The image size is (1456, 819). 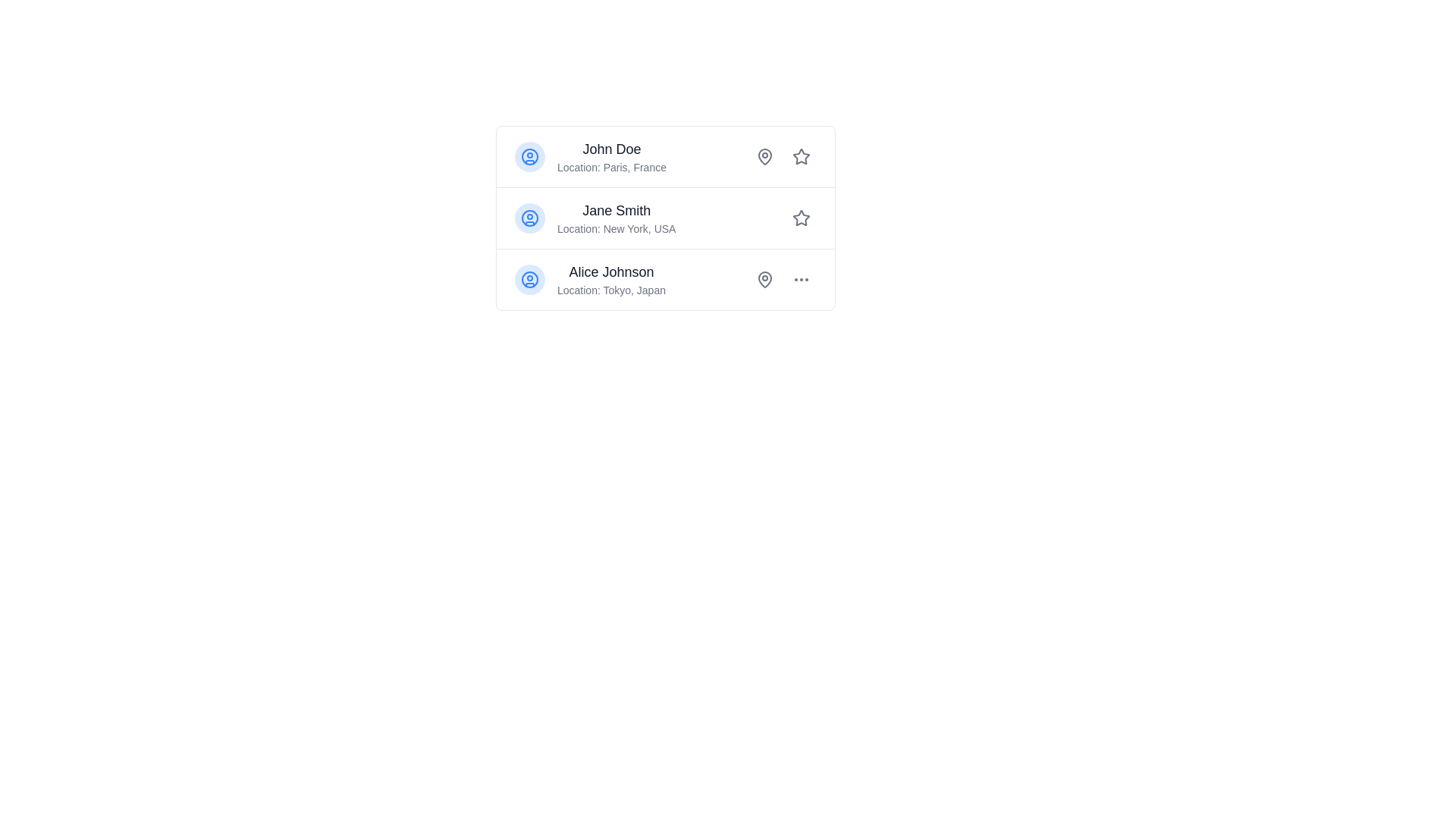 What do you see at coordinates (800, 218) in the screenshot?
I see `the star icon located in the second row, to the right of the text 'Jane Smith' and 'Location: New York, USA'` at bounding box center [800, 218].